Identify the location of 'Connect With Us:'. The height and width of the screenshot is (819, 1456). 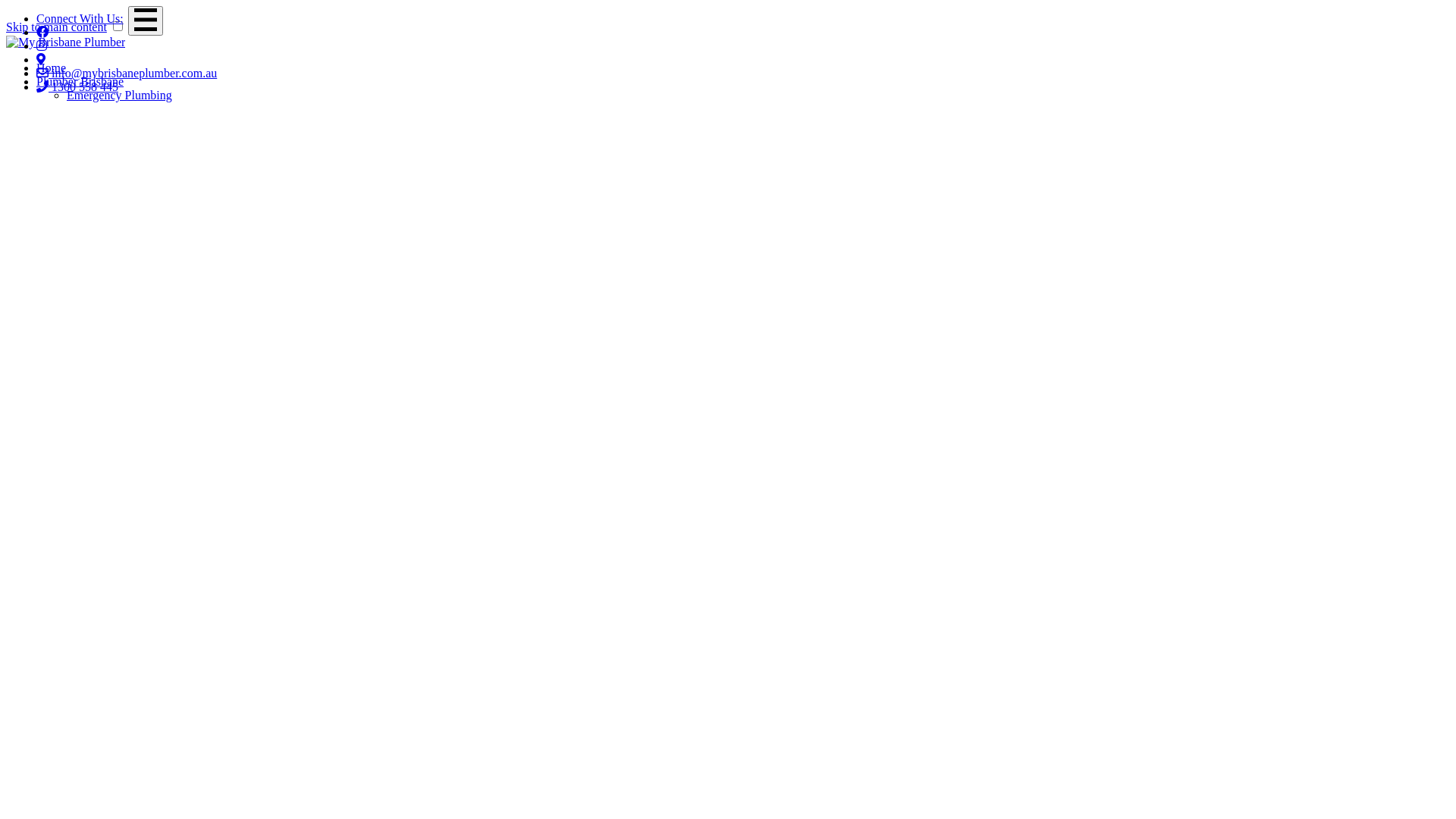
(36, 18).